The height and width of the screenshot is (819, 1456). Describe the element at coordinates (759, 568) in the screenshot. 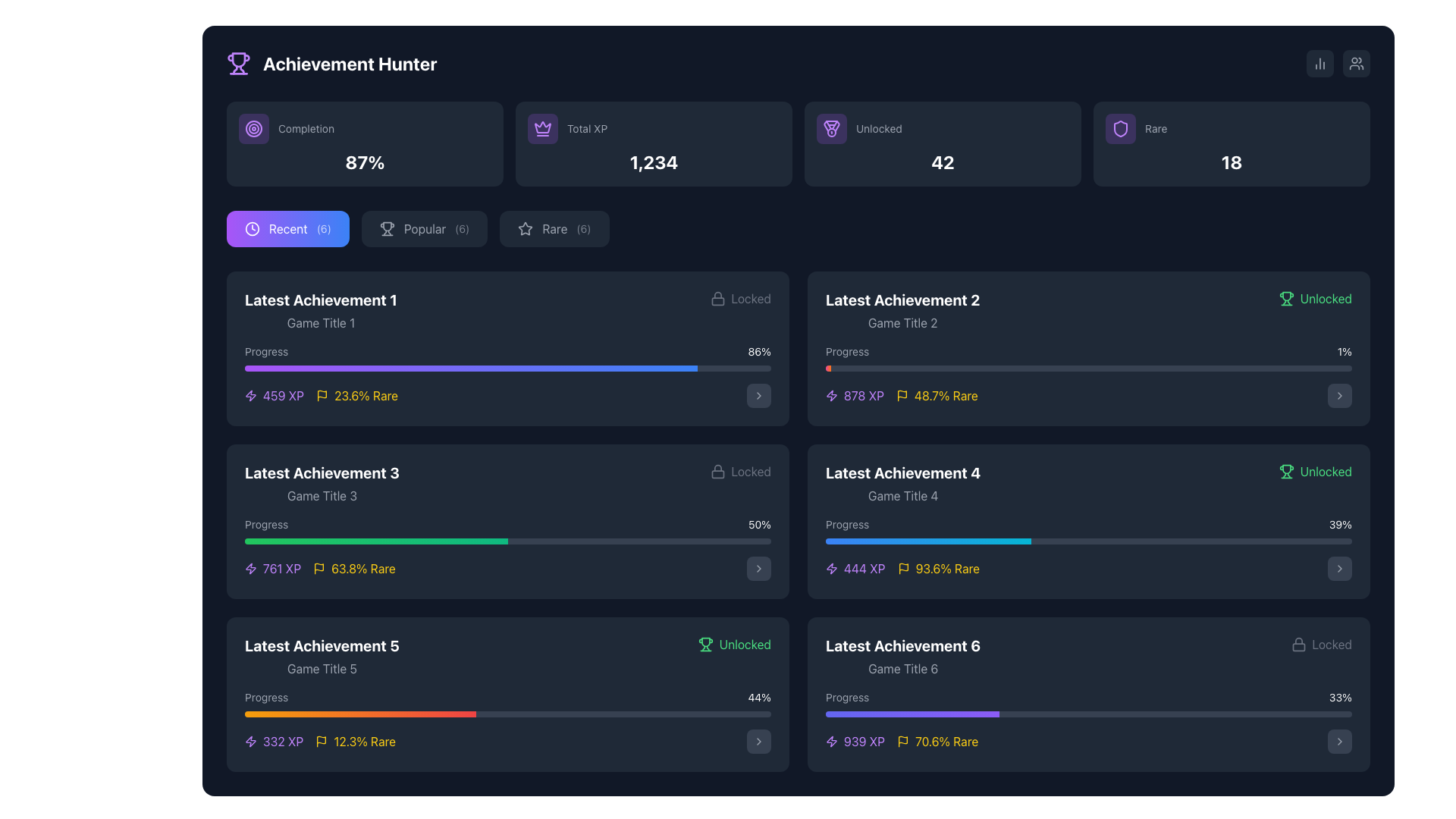

I see `the navigational button located in the bottom-right corner of the 'Latest Achievement 3' section` at that location.